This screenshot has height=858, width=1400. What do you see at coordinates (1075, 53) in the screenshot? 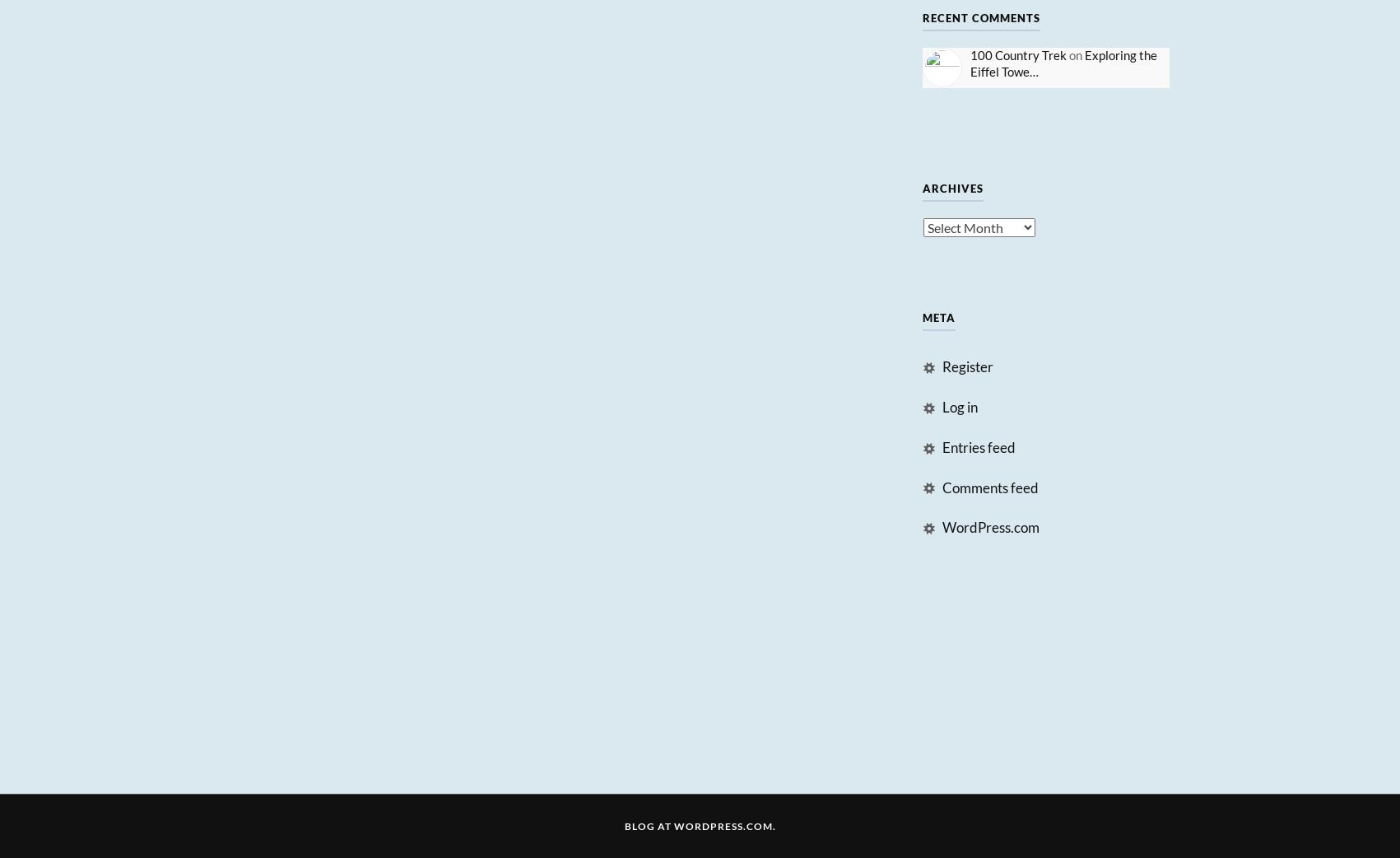
I see `'on'` at bounding box center [1075, 53].